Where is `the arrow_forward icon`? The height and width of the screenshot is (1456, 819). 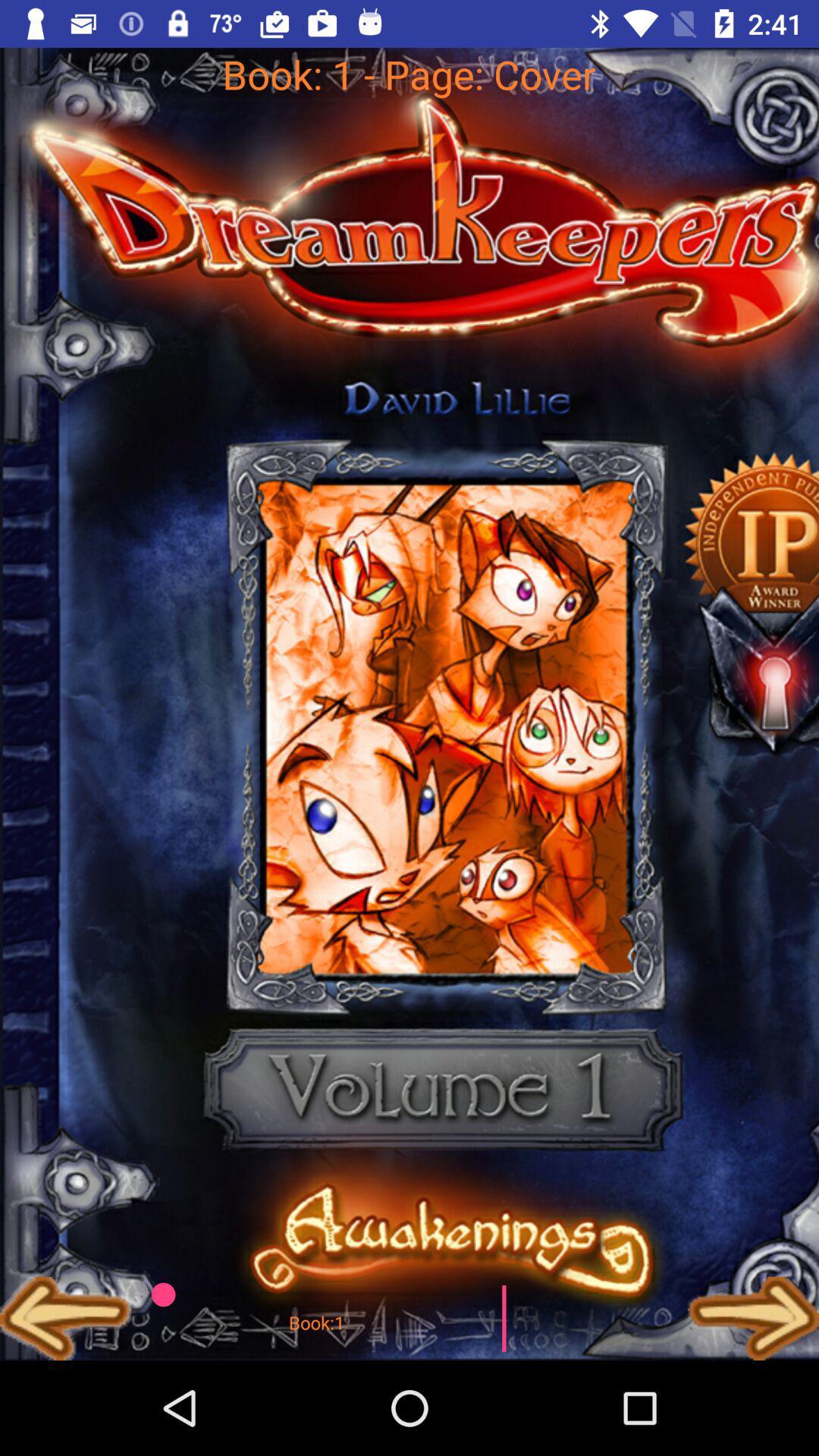 the arrow_forward icon is located at coordinates (753, 1317).